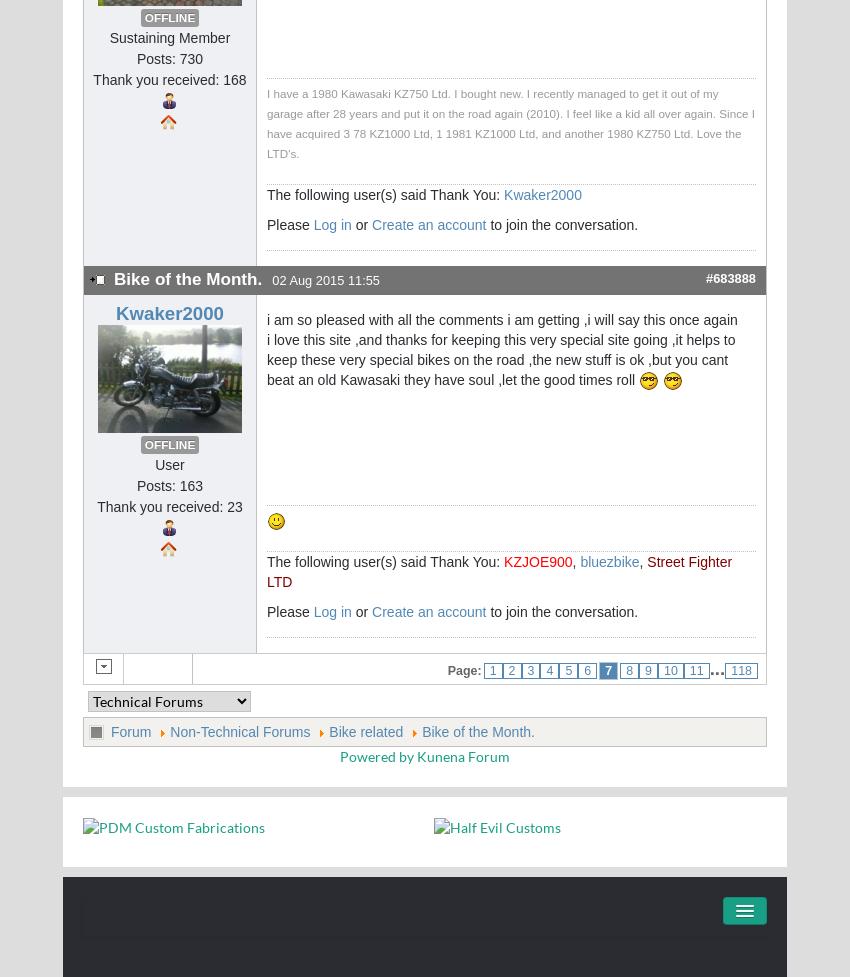 Image resolution: width=850 pixels, height=977 pixels. Describe the element at coordinates (628, 671) in the screenshot. I see `'8'` at that location.